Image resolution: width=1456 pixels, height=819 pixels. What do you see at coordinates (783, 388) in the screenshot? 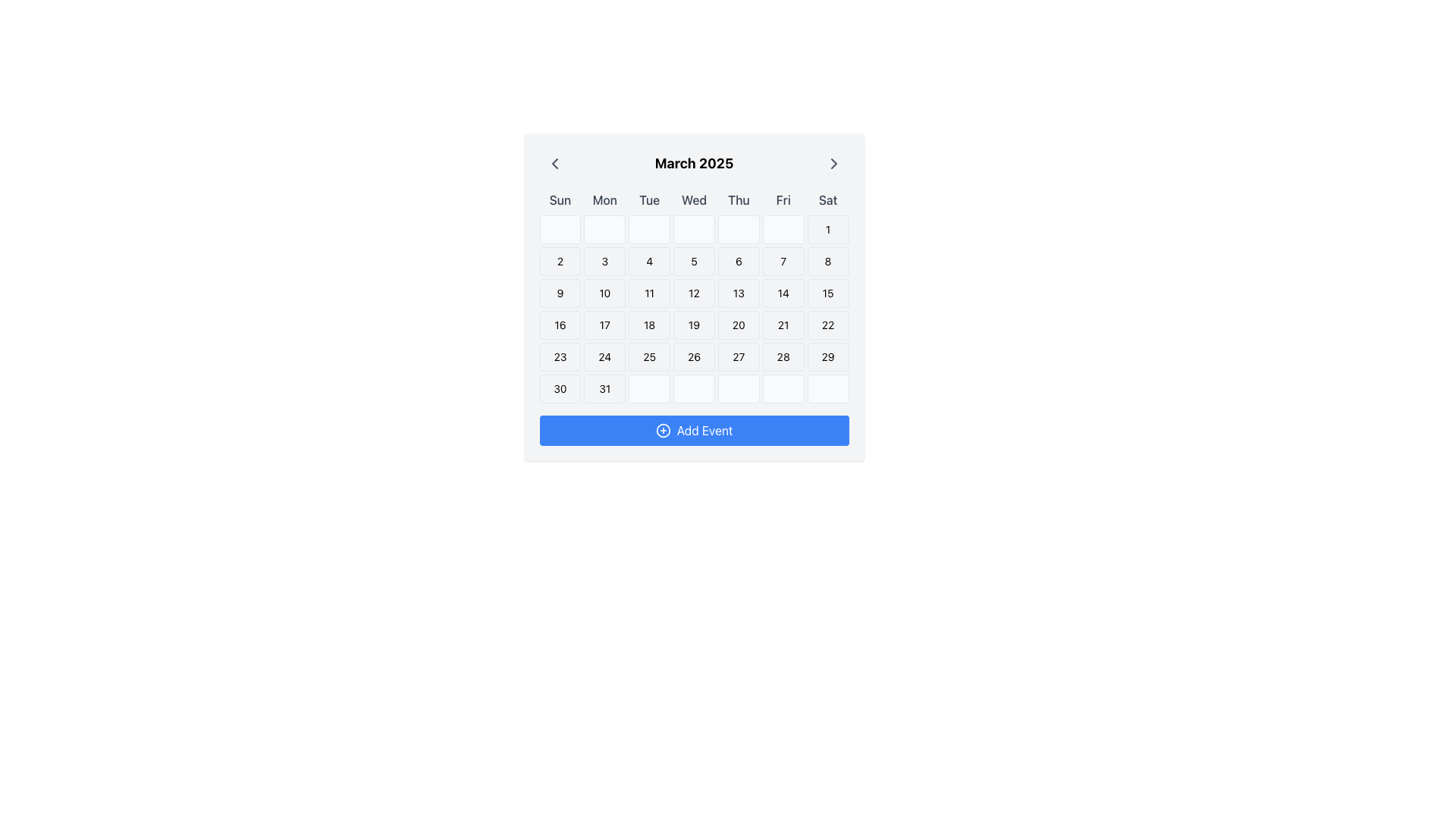
I see `the empty calendar grid date cell for March 28th, which is the sixth cell in the sixth row of the calendar` at bounding box center [783, 388].